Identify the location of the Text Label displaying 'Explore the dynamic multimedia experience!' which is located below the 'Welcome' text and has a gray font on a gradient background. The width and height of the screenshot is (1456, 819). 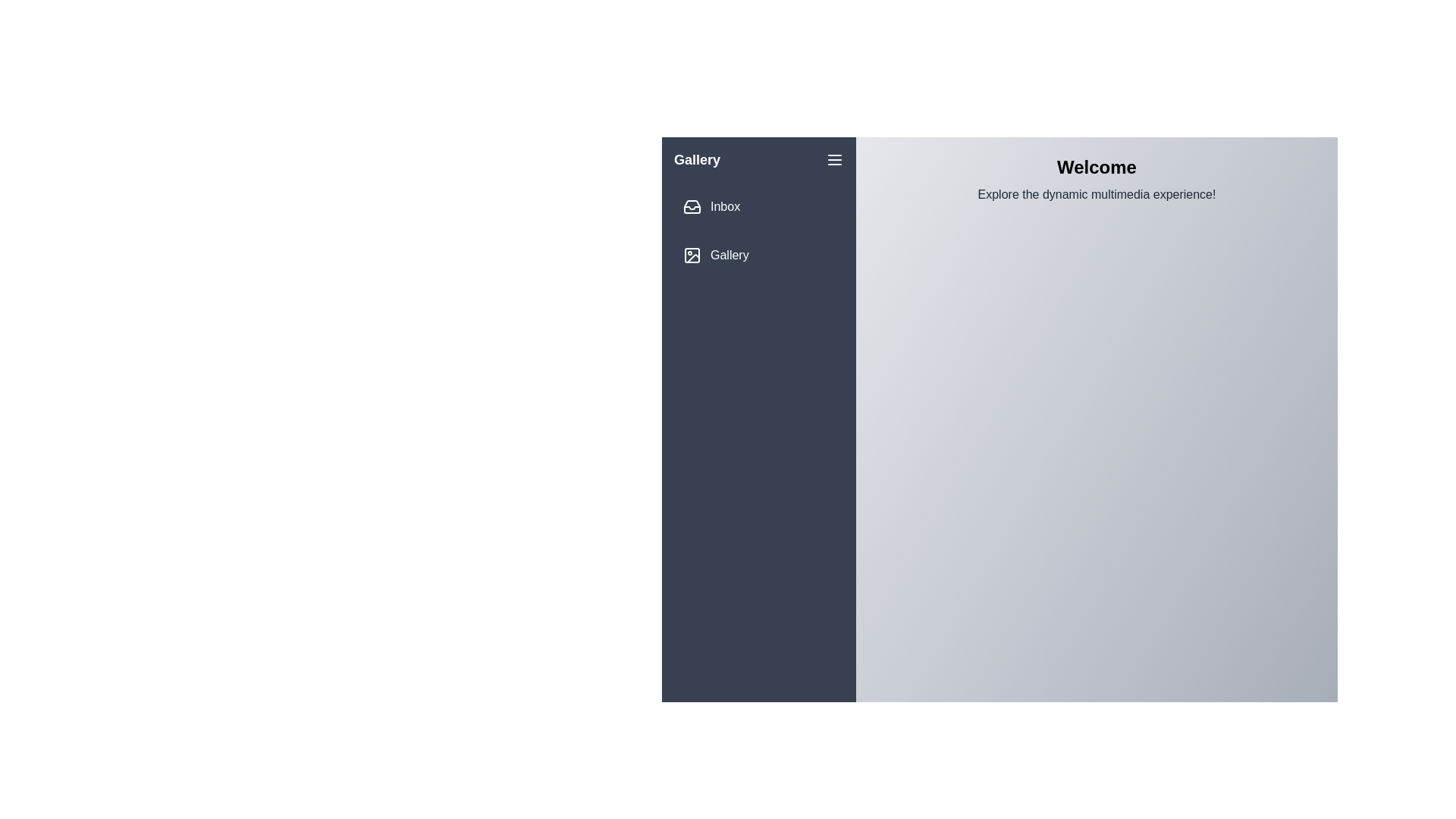
(1097, 194).